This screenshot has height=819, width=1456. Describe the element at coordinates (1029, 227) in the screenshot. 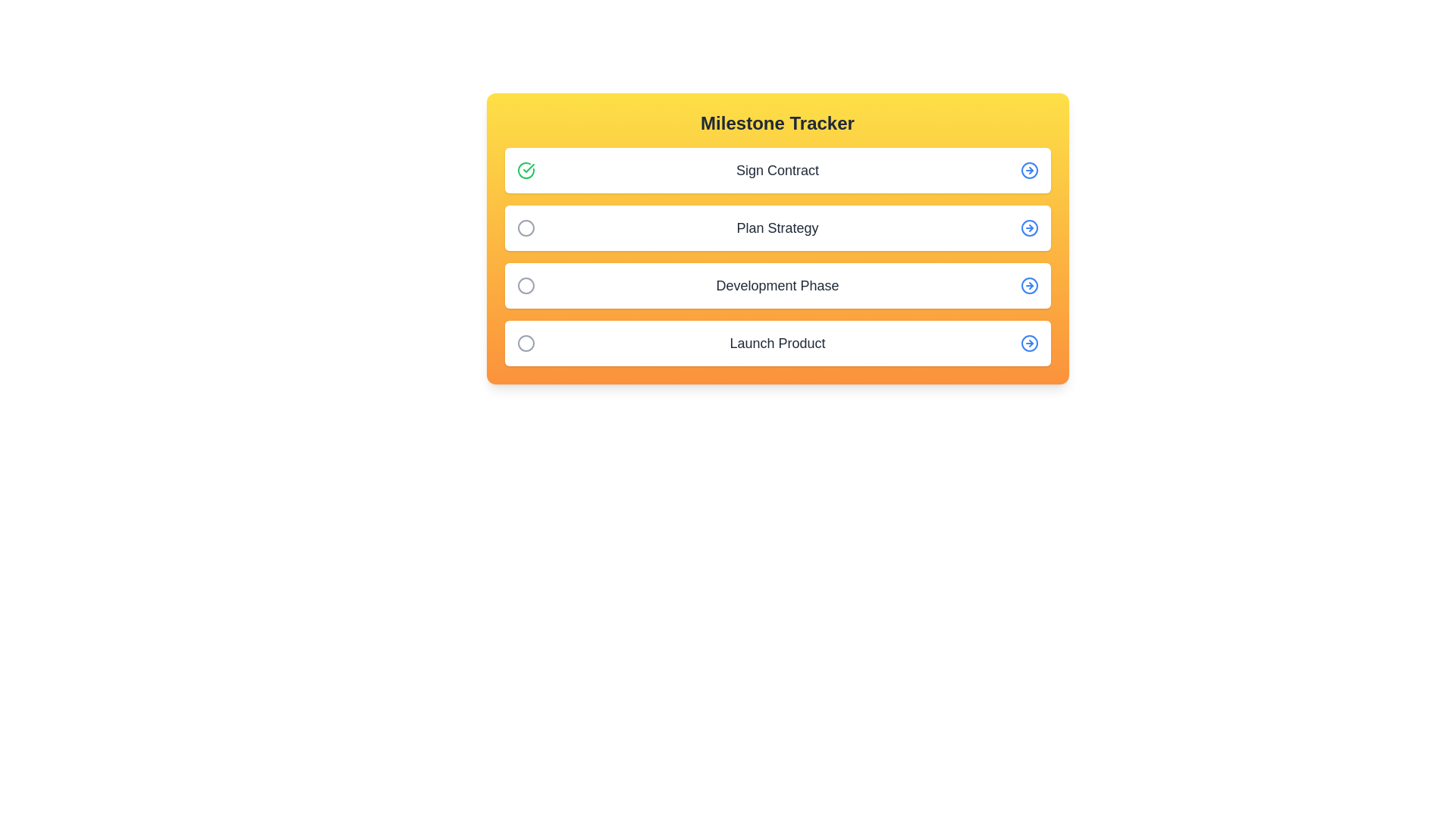

I see `the circular outline and arrow icon next to the 'Plan Strategy' item` at that location.